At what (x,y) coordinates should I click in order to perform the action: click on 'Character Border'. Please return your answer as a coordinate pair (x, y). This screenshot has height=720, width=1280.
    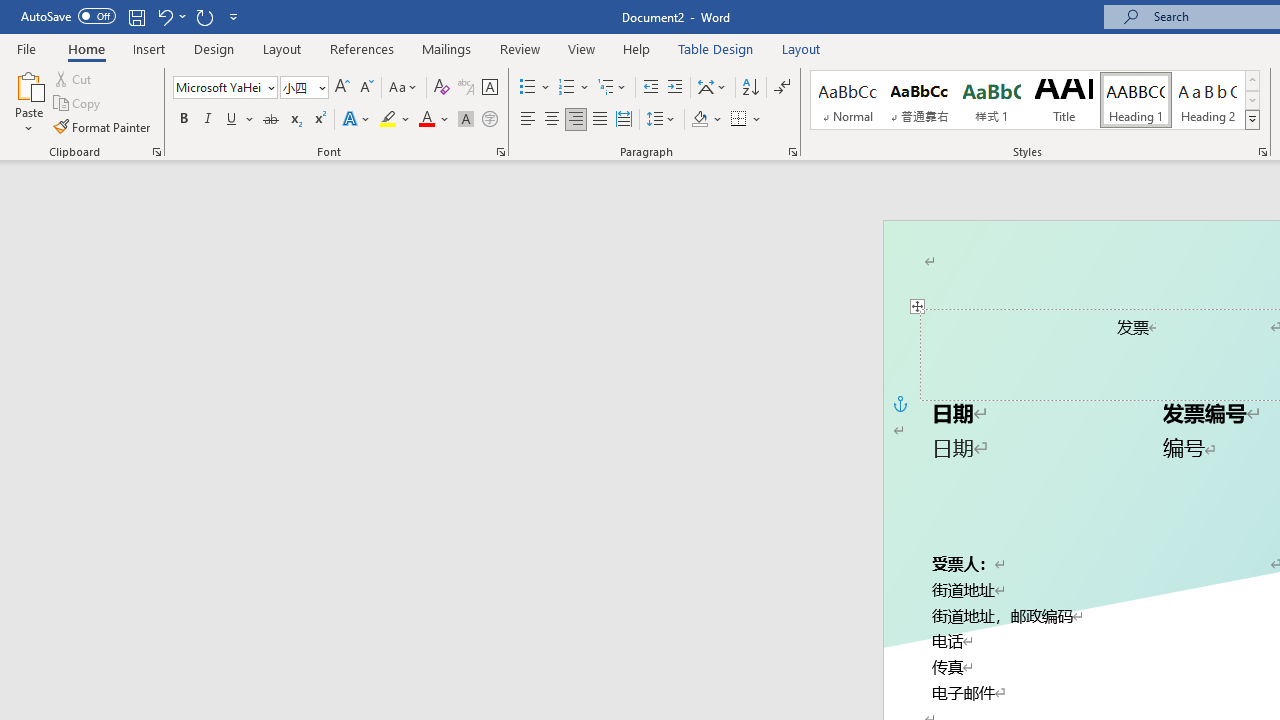
    Looking at the image, I should click on (489, 86).